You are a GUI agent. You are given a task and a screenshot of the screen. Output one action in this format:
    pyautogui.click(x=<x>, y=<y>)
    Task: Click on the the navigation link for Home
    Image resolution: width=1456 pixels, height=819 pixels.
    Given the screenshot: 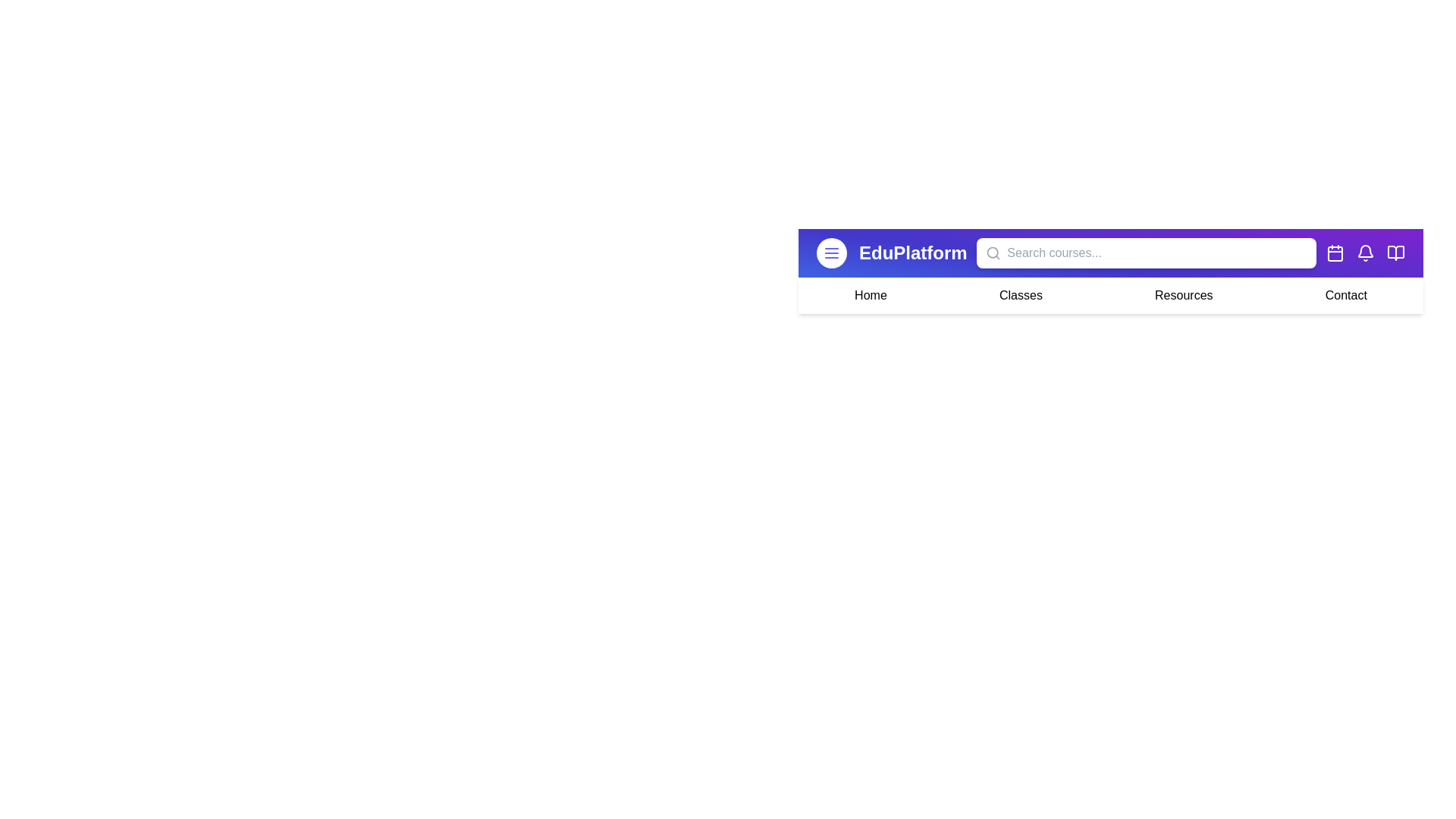 What is the action you would take?
    pyautogui.click(x=870, y=295)
    